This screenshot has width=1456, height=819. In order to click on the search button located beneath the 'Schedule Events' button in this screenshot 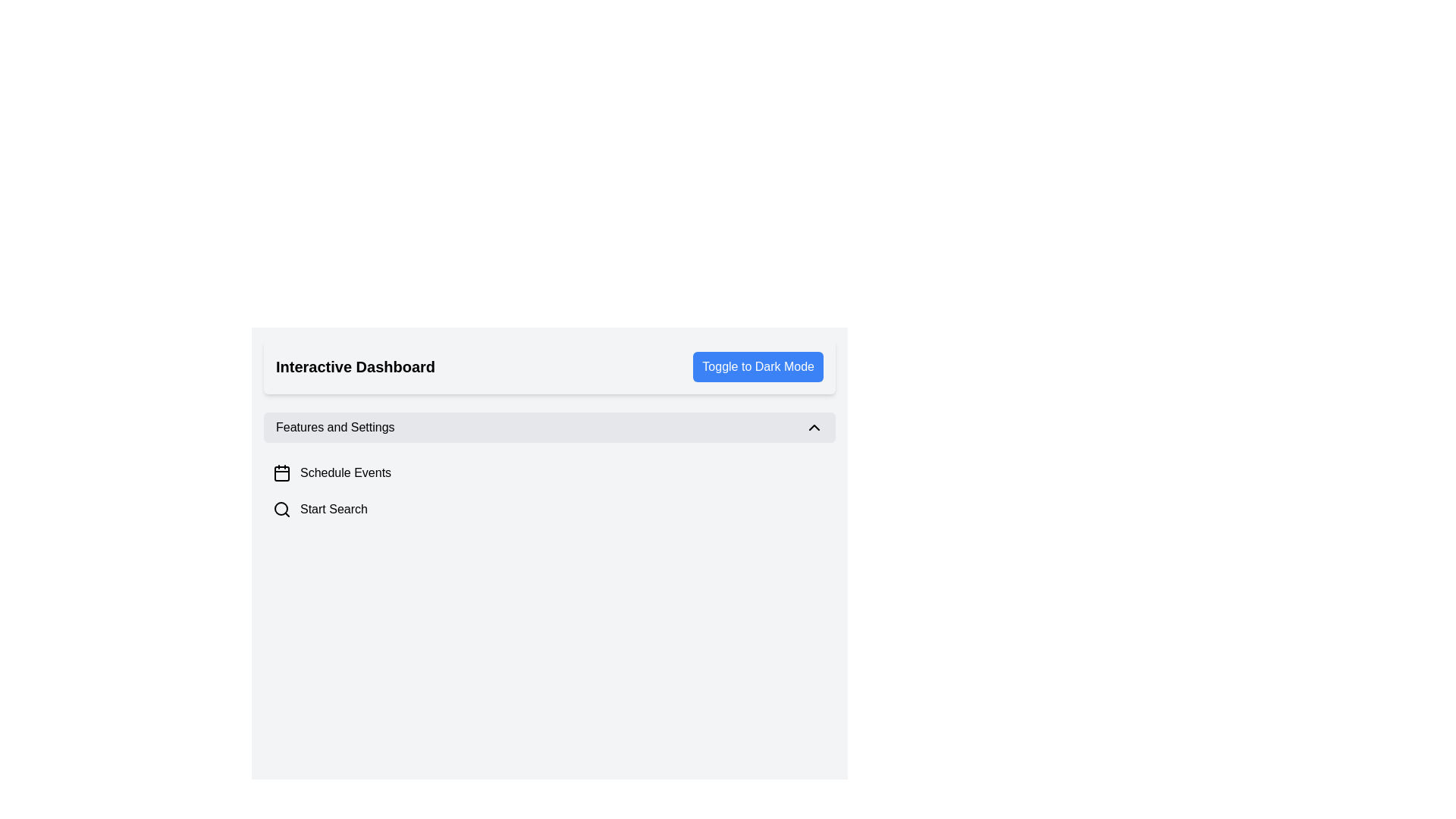, I will do `click(548, 509)`.